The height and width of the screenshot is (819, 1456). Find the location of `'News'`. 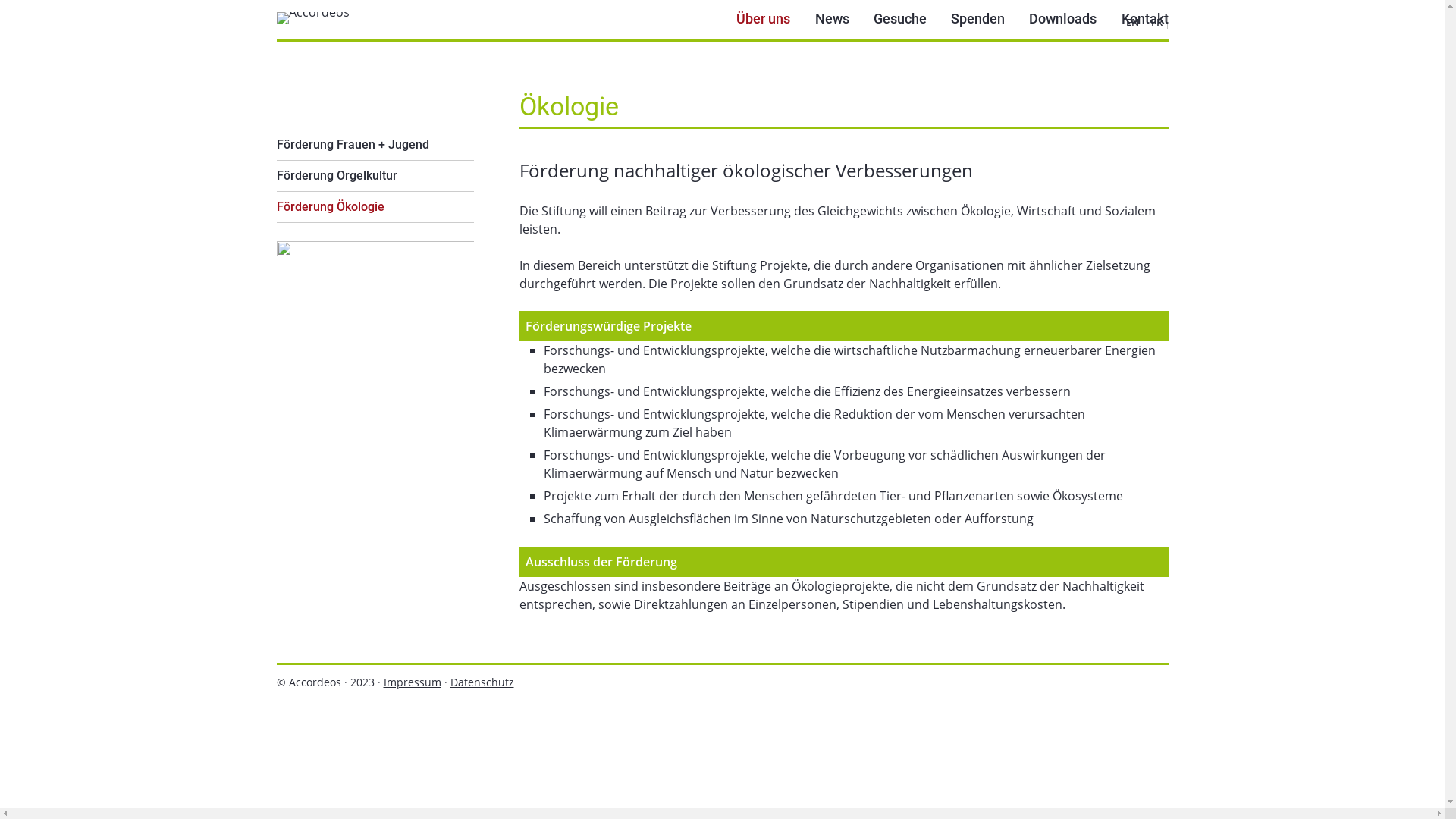

'News' is located at coordinates (830, 20).